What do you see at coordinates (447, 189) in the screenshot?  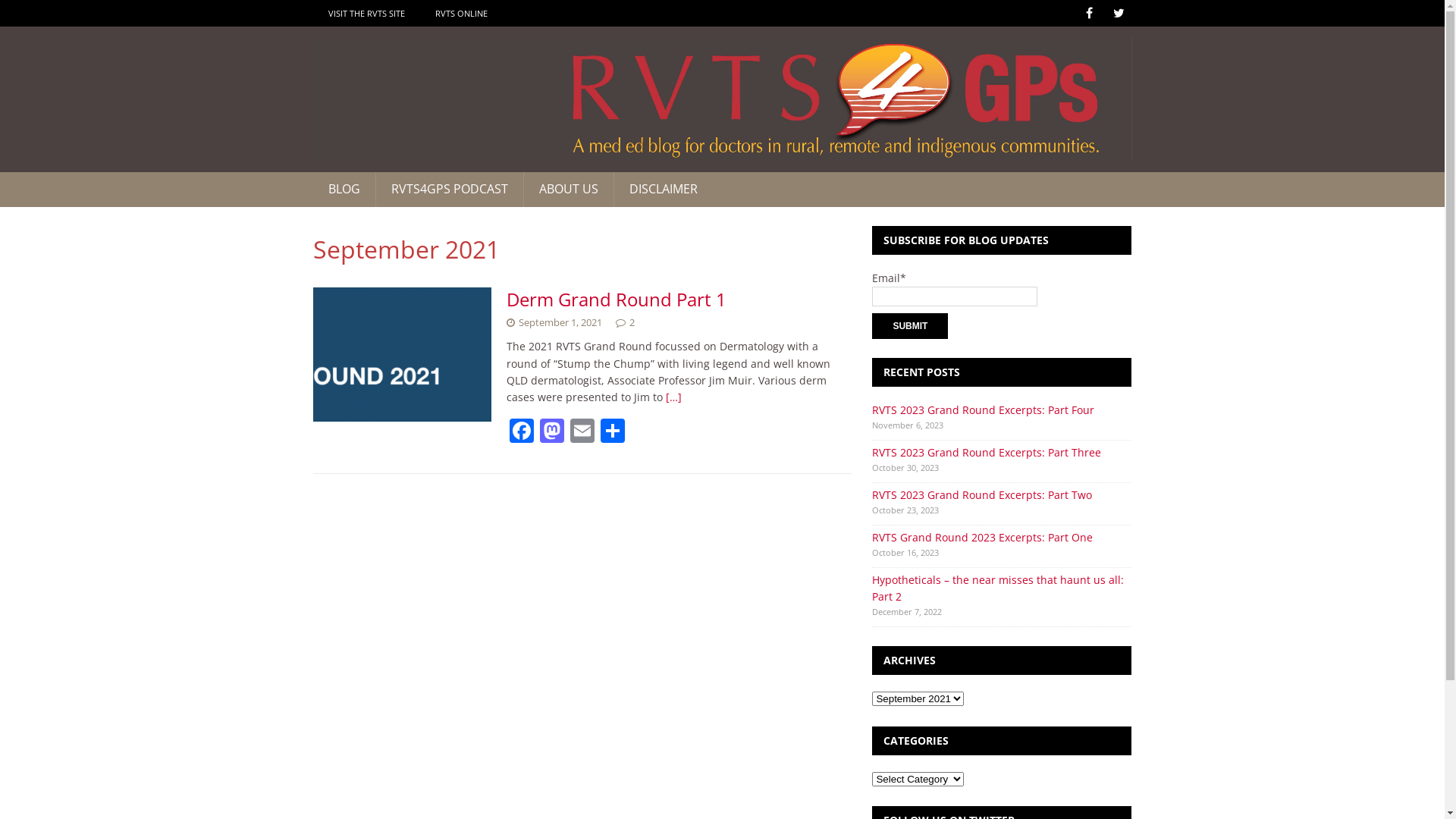 I see `'RVTS4GPS PODCAST'` at bounding box center [447, 189].